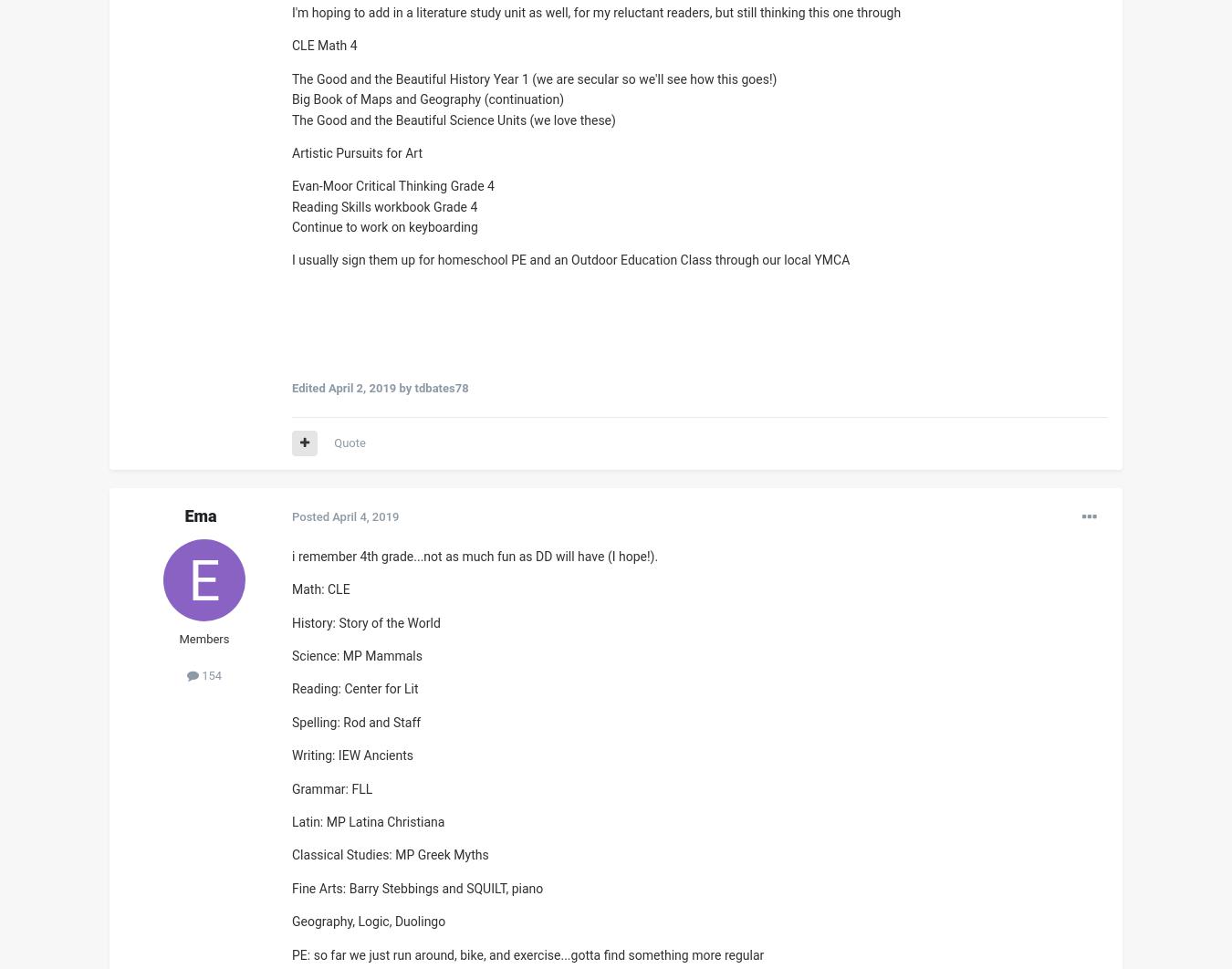  What do you see at coordinates (416, 887) in the screenshot?
I see `'Fine Arts: Barry Stebbings and SQUILT, piano'` at bounding box center [416, 887].